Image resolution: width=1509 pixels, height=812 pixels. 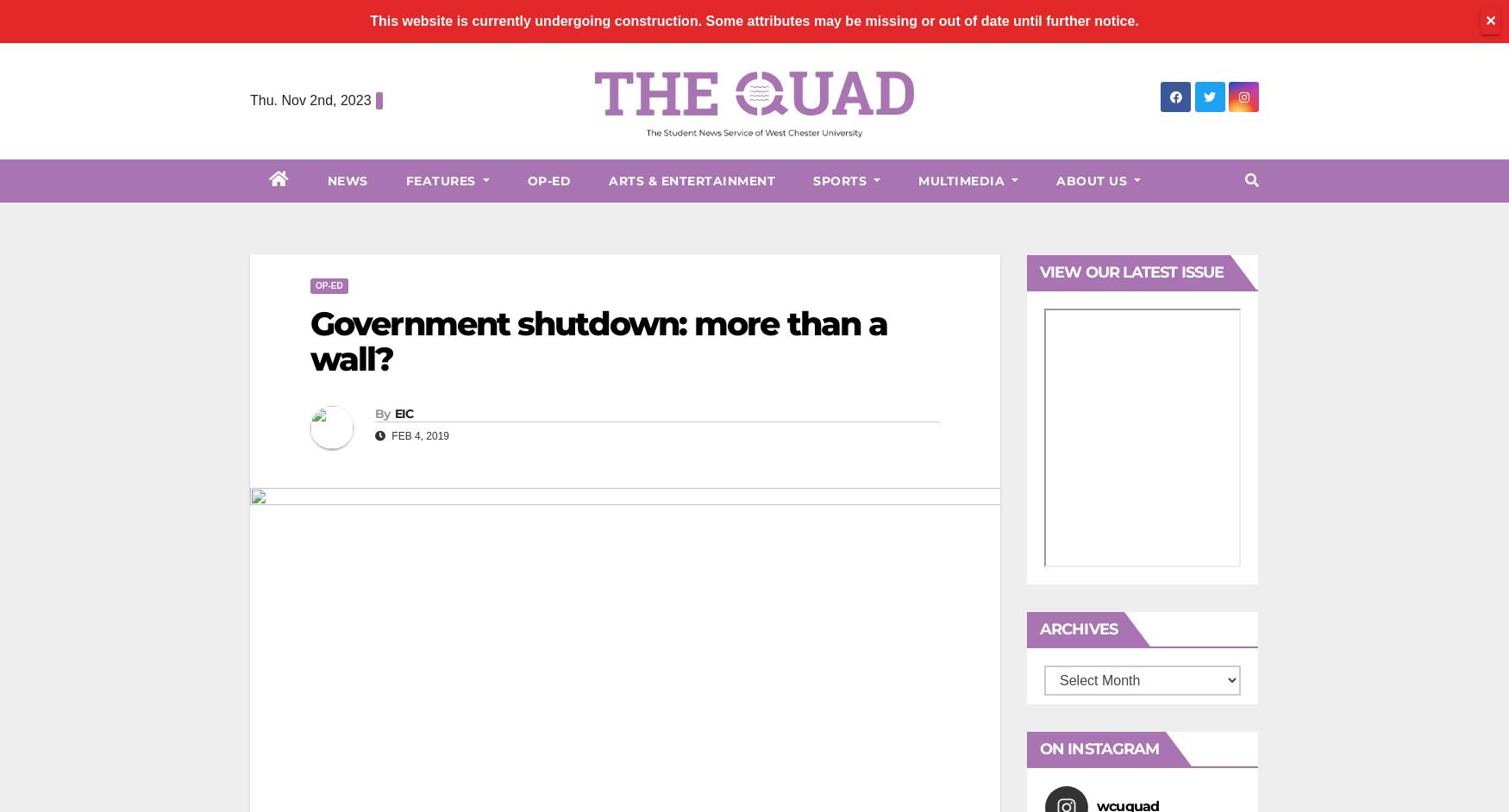 What do you see at coordinates (382, 413) in the screenshot?
I see `'By'` at bounding box center [382, 413].